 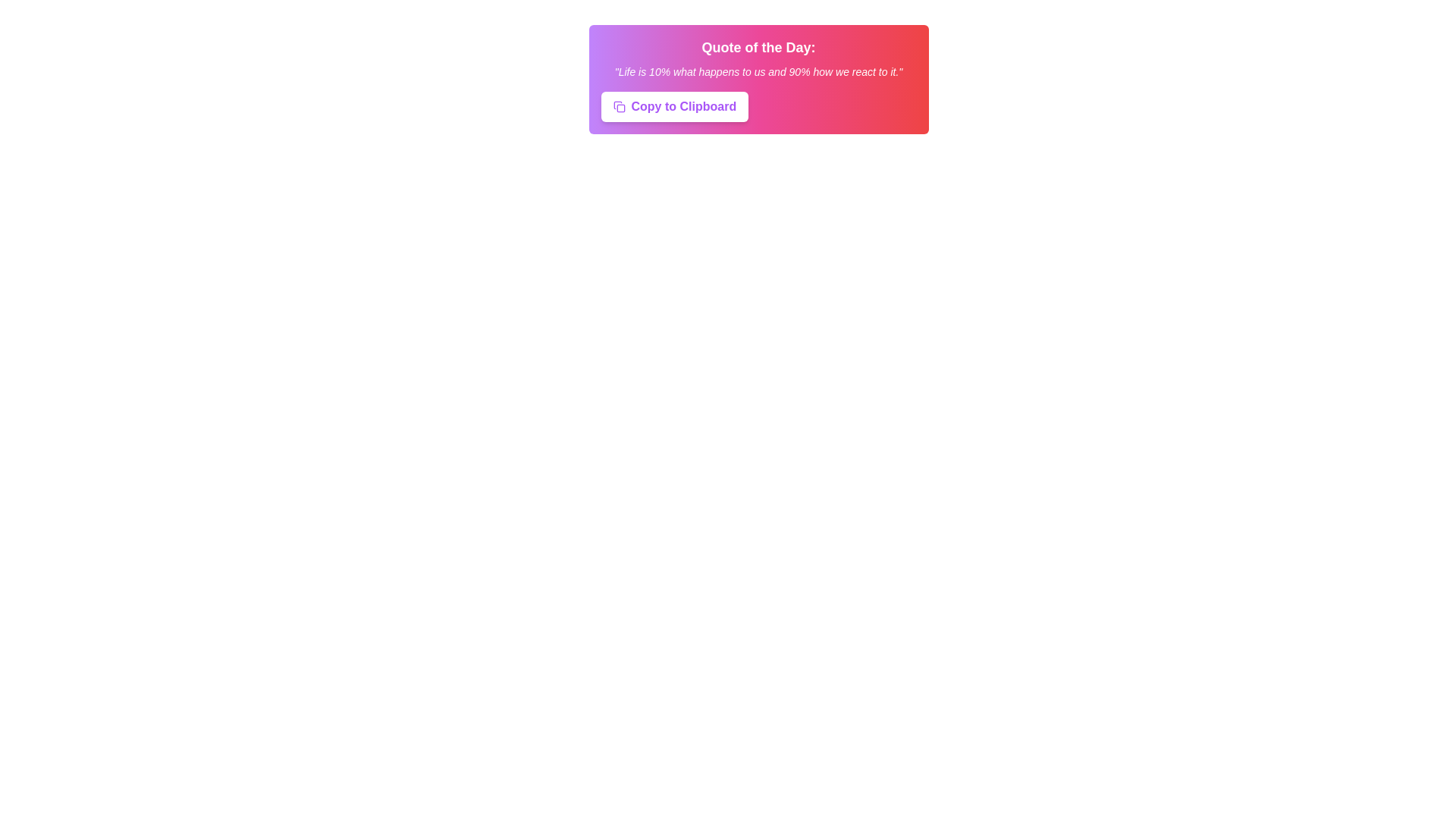 What do you see at coordinates (619, 106) in the screenshot?
I see `the small purple outline icon resembling two overlapping copies, located to the left of the 'Copy to Clipboard' button` at bounding box center [619, 106].